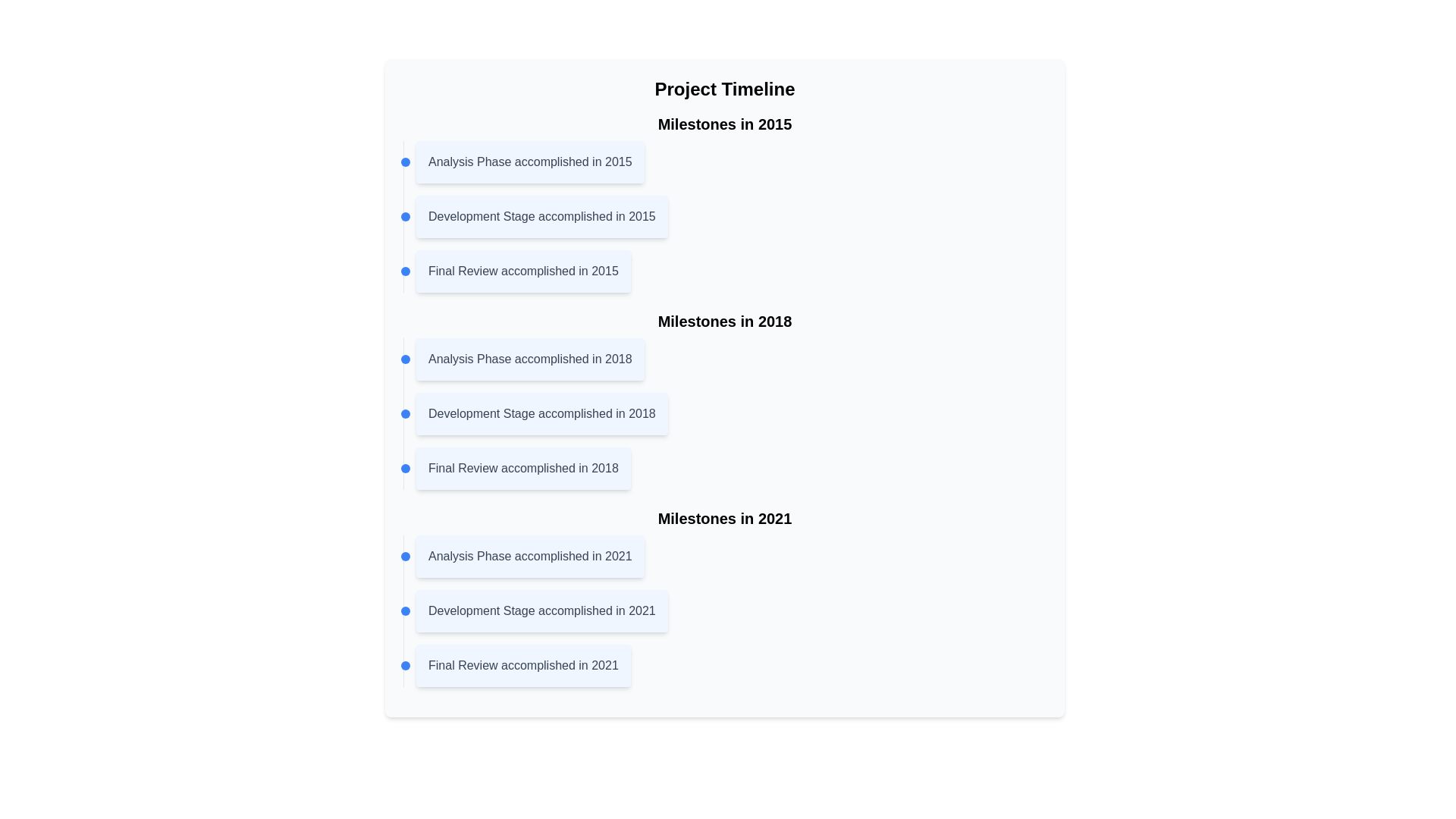  Describe the element at coordinates (723, 517) in the screenshot. I see `the heading 'Milestones in 2021', which is a bold text element located in the lower center of the layout, serving as the primary title for the 'Project Timeline' section` at that location.